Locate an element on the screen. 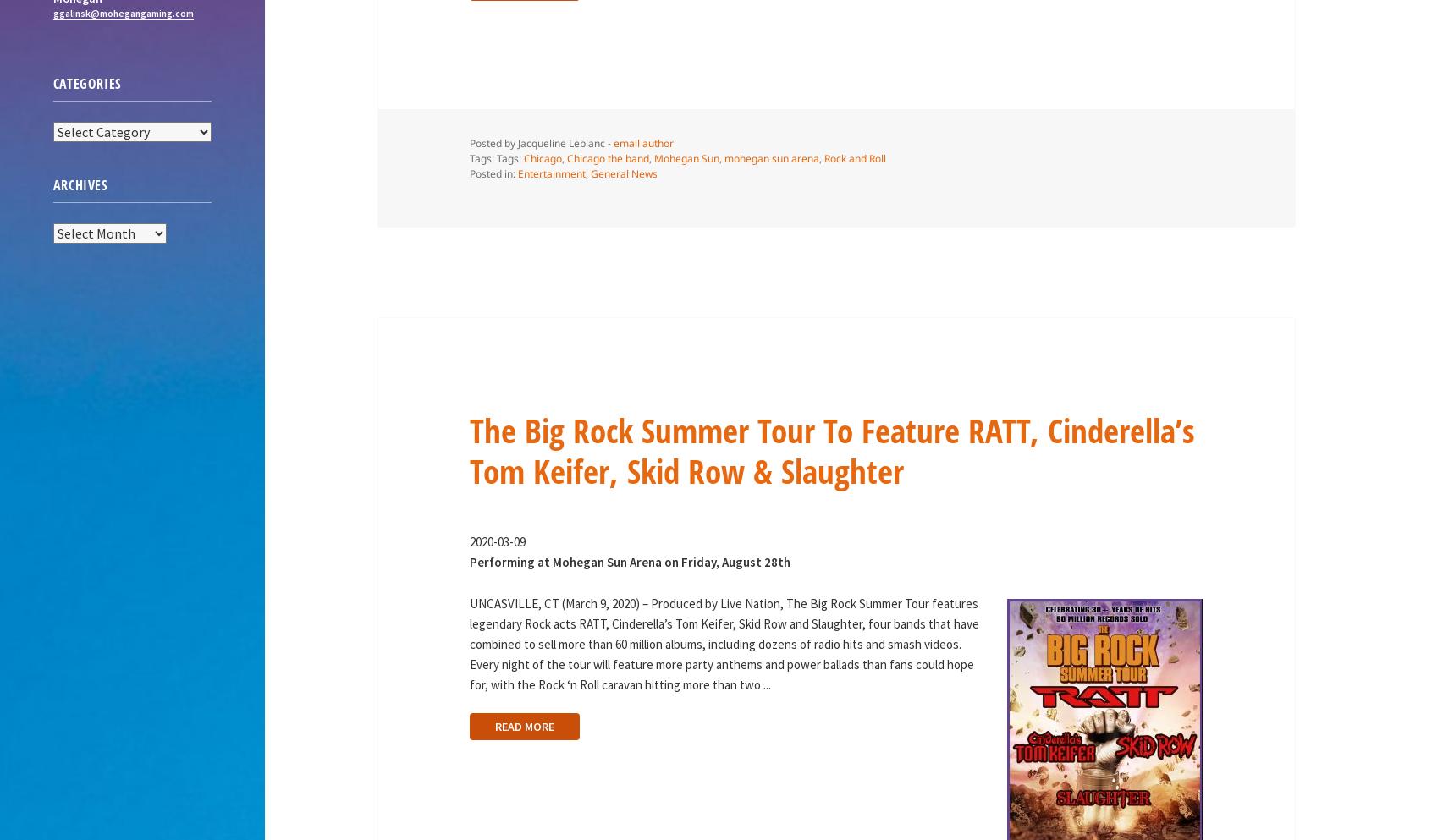 Image resolution: width=1432 pixels, height=840 pixels. 'Performing at Mohegan Sun Arena on Friday, August 28th' is located at coordinates (628, 561).